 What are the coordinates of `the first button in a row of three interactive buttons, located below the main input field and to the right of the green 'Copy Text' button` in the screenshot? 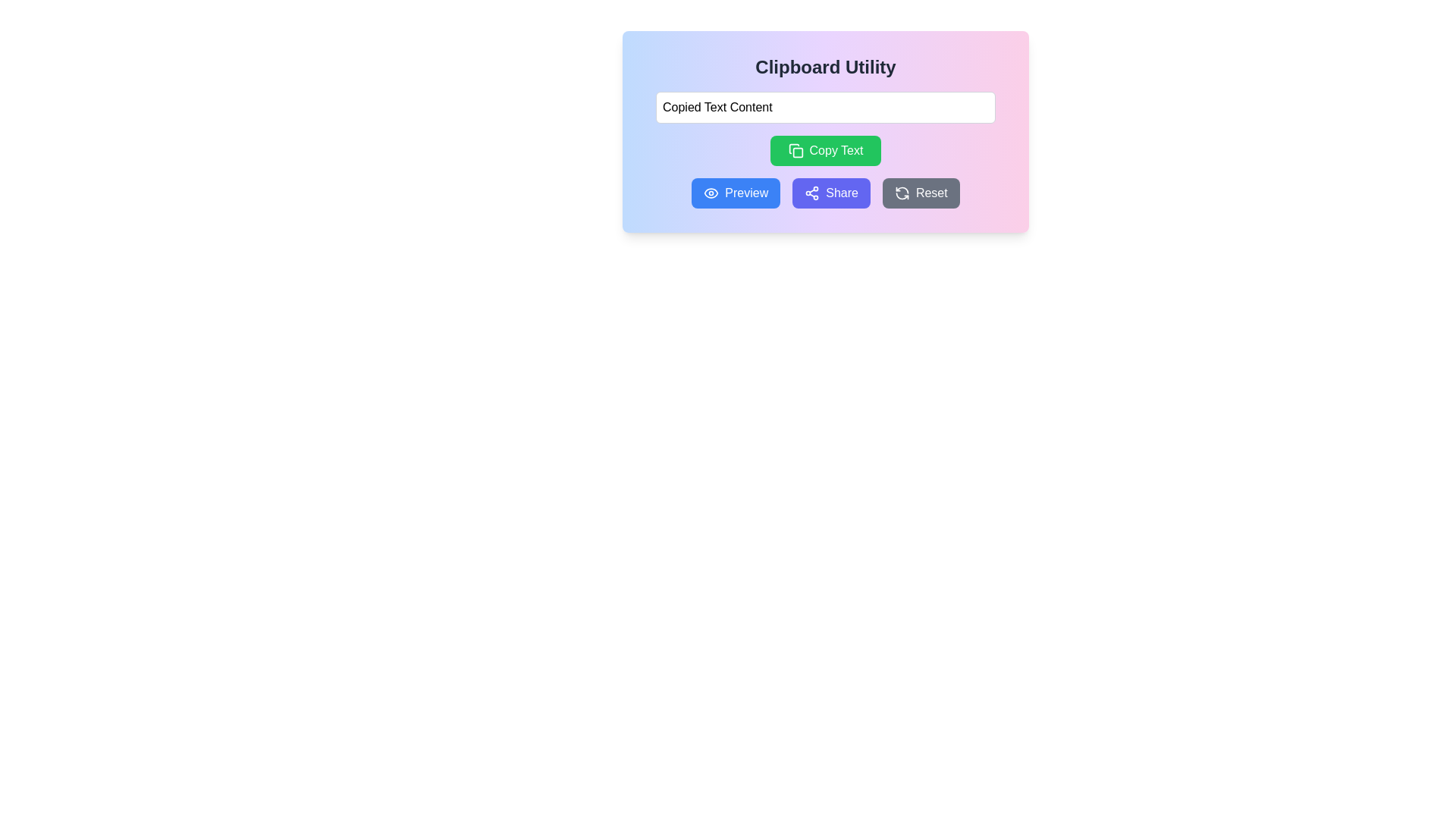 It's located at (736, 192).